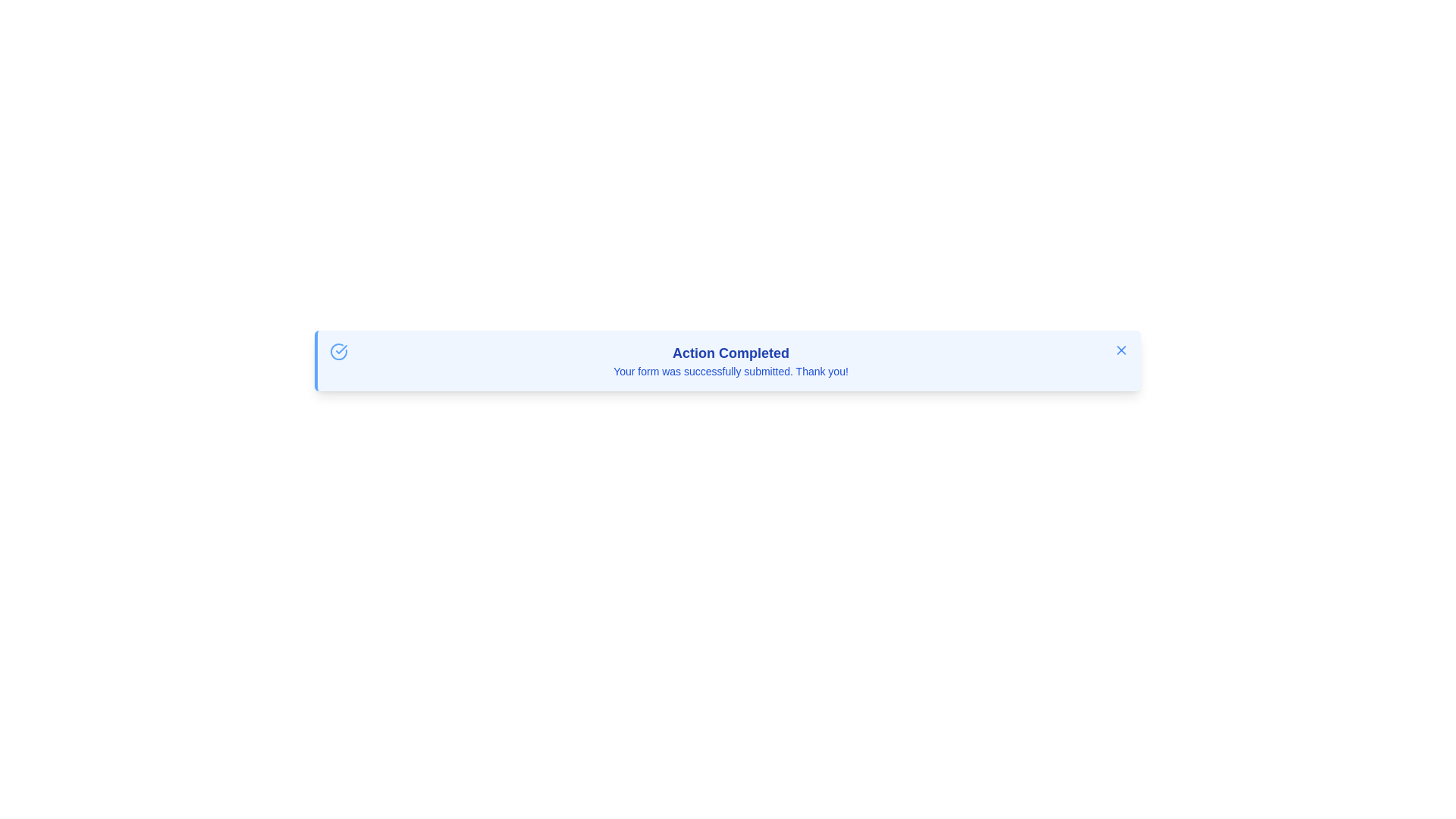 The image size is (1456, 819). What do you see at coordinates (728, 360) in the screenshot?
I see `the notification box with a light blue background and a blue border that displays 'Action Completed'` at bounding box center [728, 360].